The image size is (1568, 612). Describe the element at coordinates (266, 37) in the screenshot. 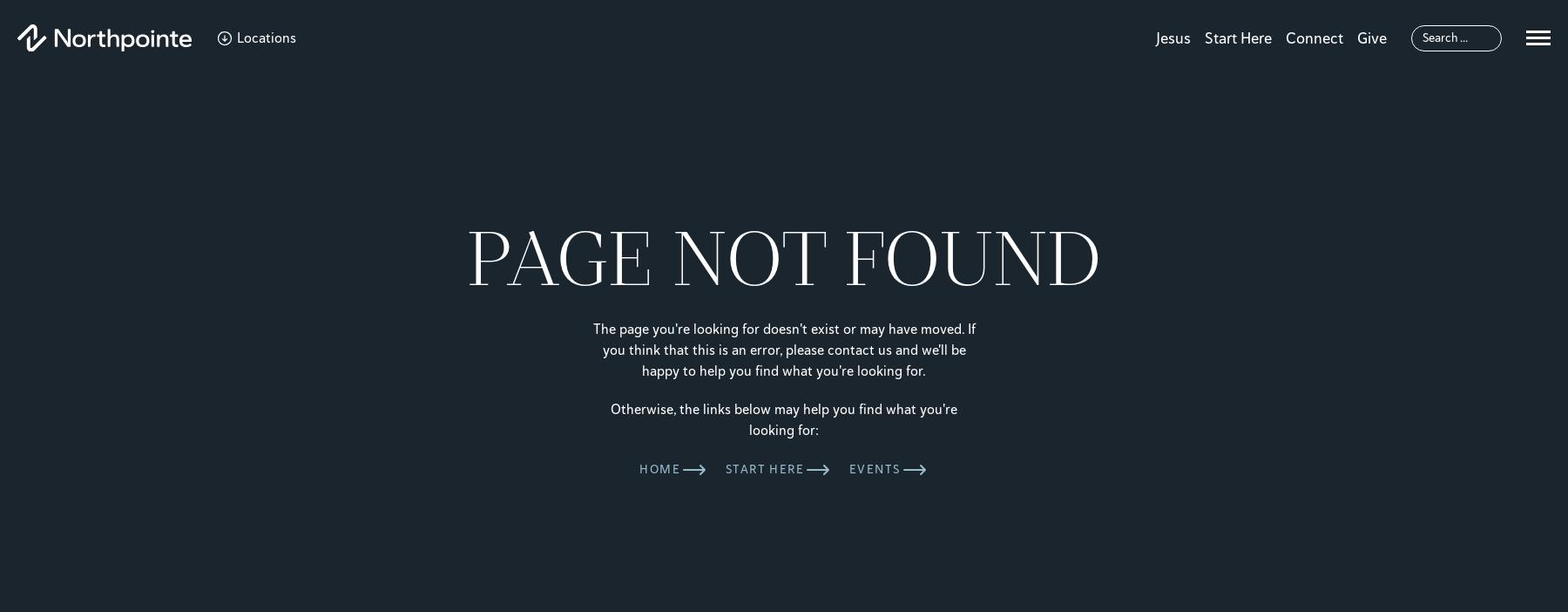

I see `'Locations'` at that location.